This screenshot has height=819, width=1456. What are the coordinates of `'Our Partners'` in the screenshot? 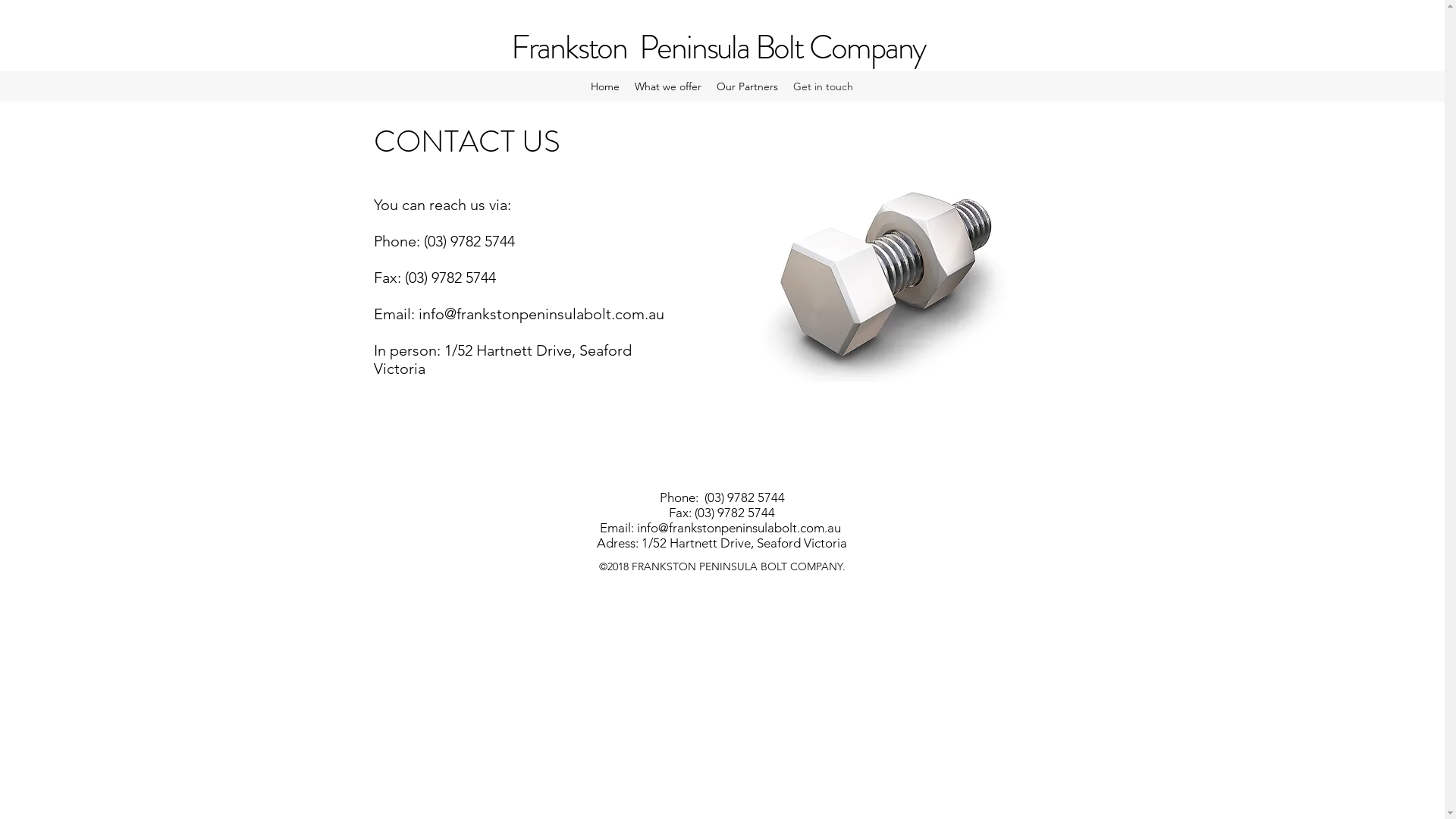 It's located at (708, 86).